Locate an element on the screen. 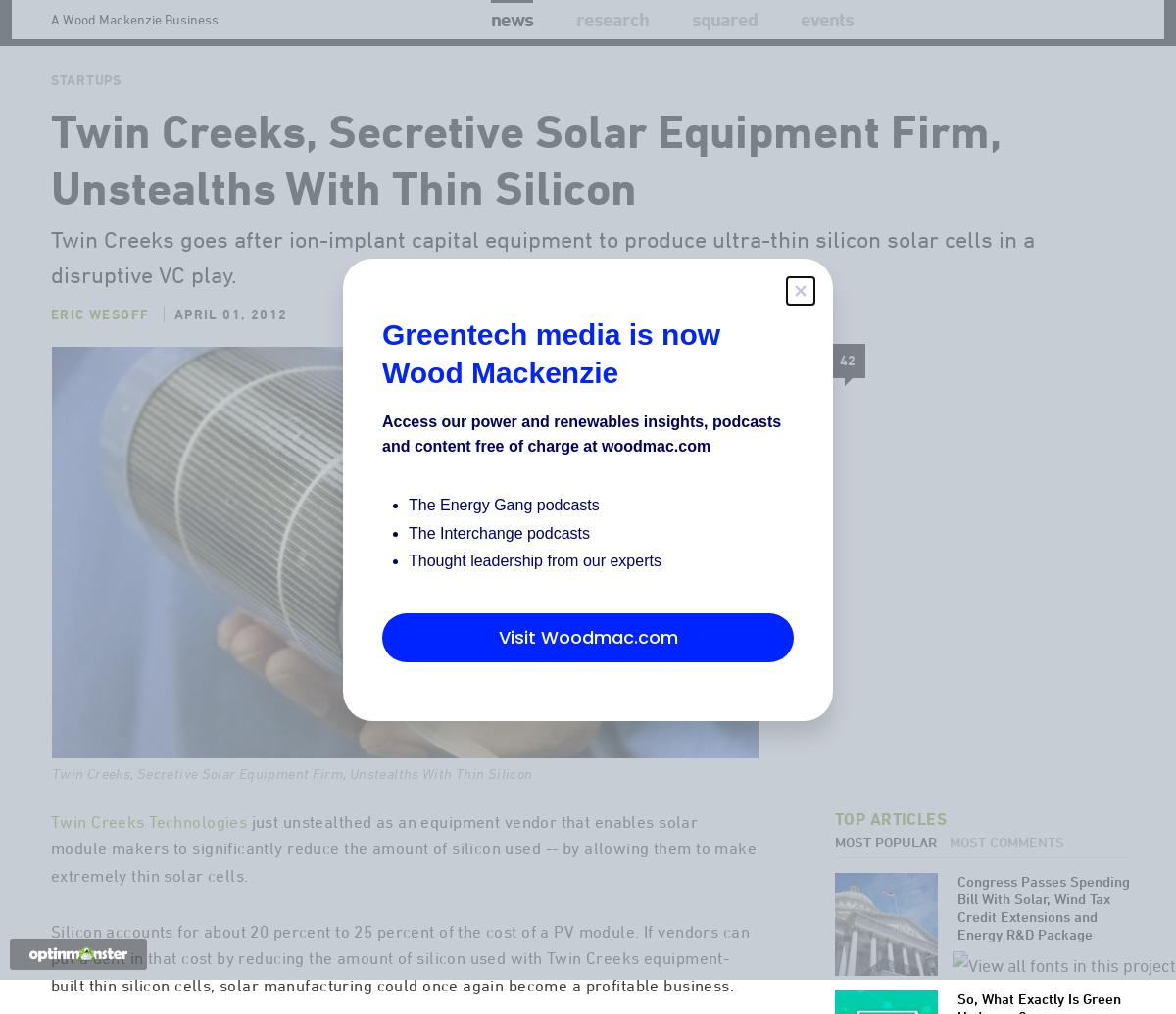 This screenshot has width=1176, height=1014. 'Eric Wesoff' is located at coordinates (100, 396).